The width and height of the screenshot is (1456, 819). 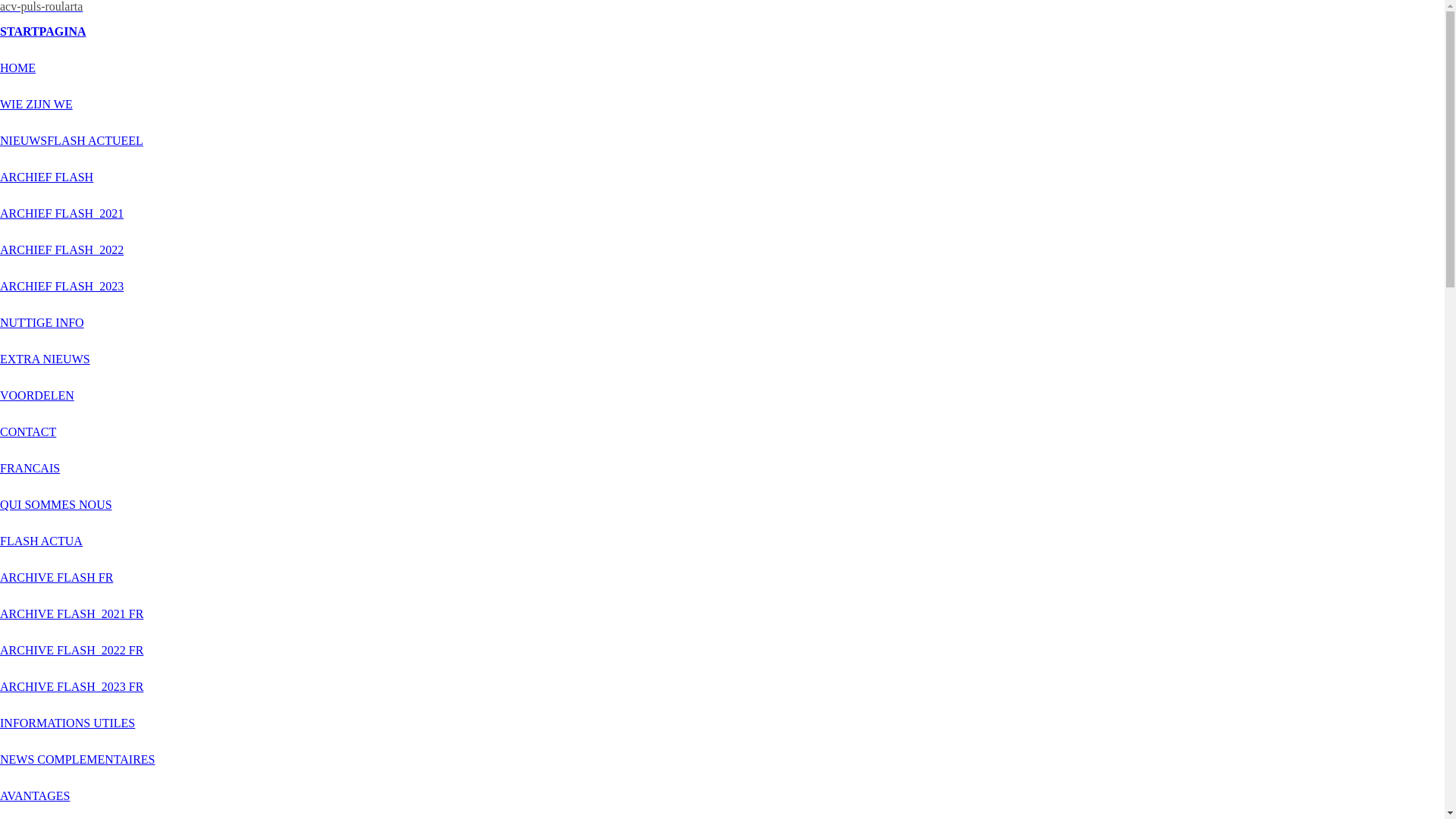 I want to click on 'ARCHIEF FLASH_2022', so click(x=61, y=249).